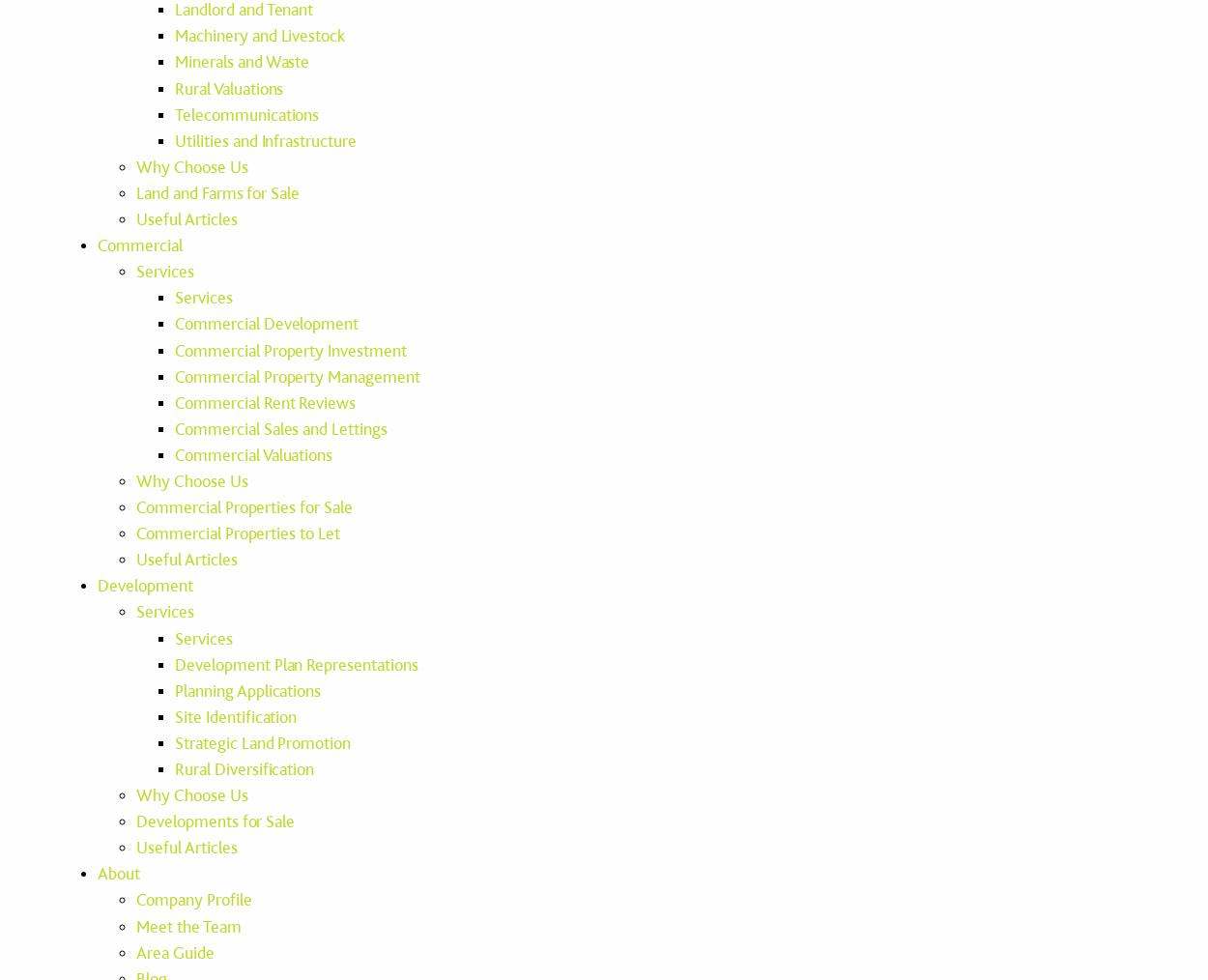 The width and height of the screenshot is (1208, 980). Describe the element at coordinates (175, 88) in the screenshot. I see `'Rural Valuations'` at that location.